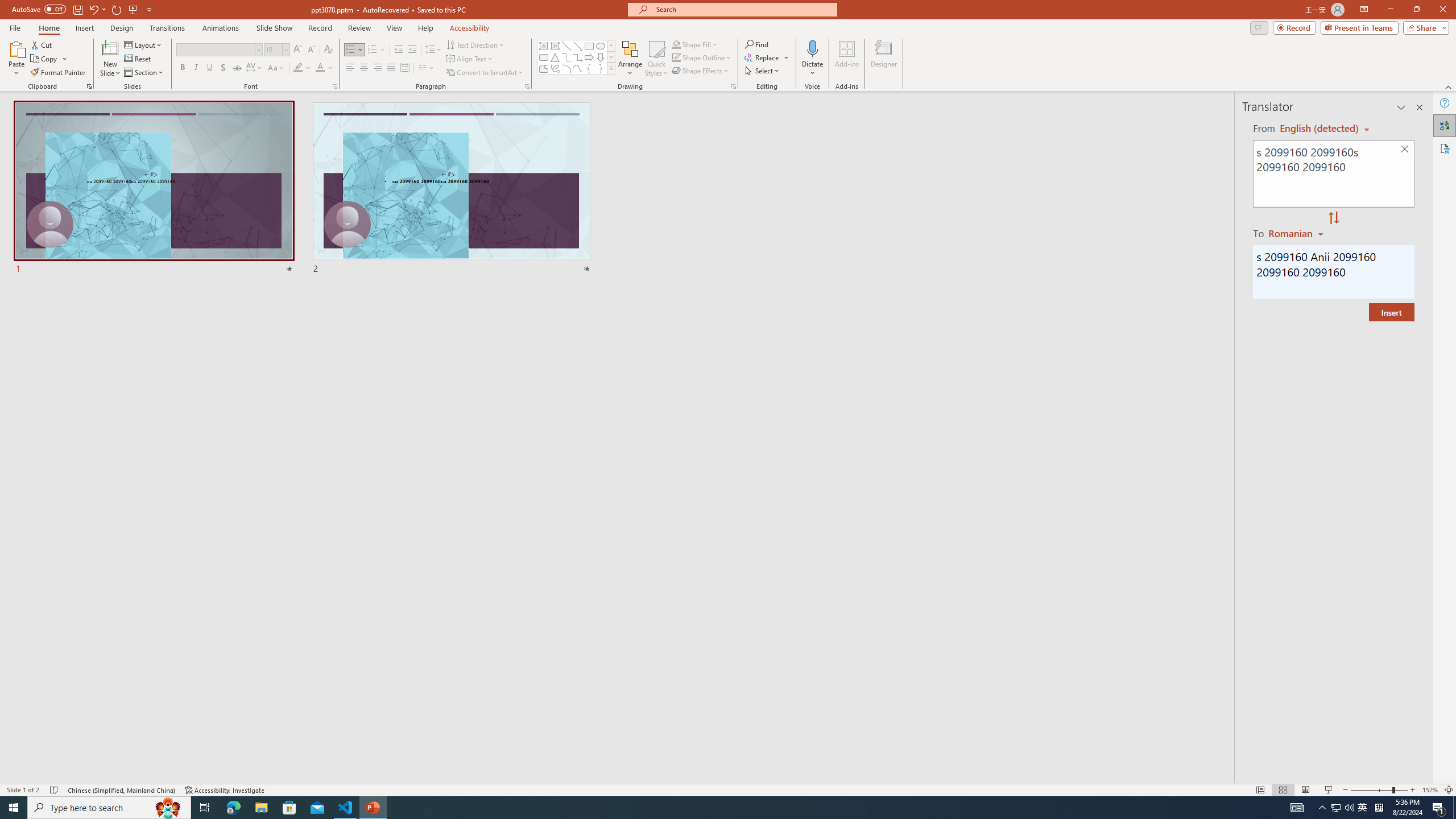  I want to click on 'Translator', so click(1444, 126).